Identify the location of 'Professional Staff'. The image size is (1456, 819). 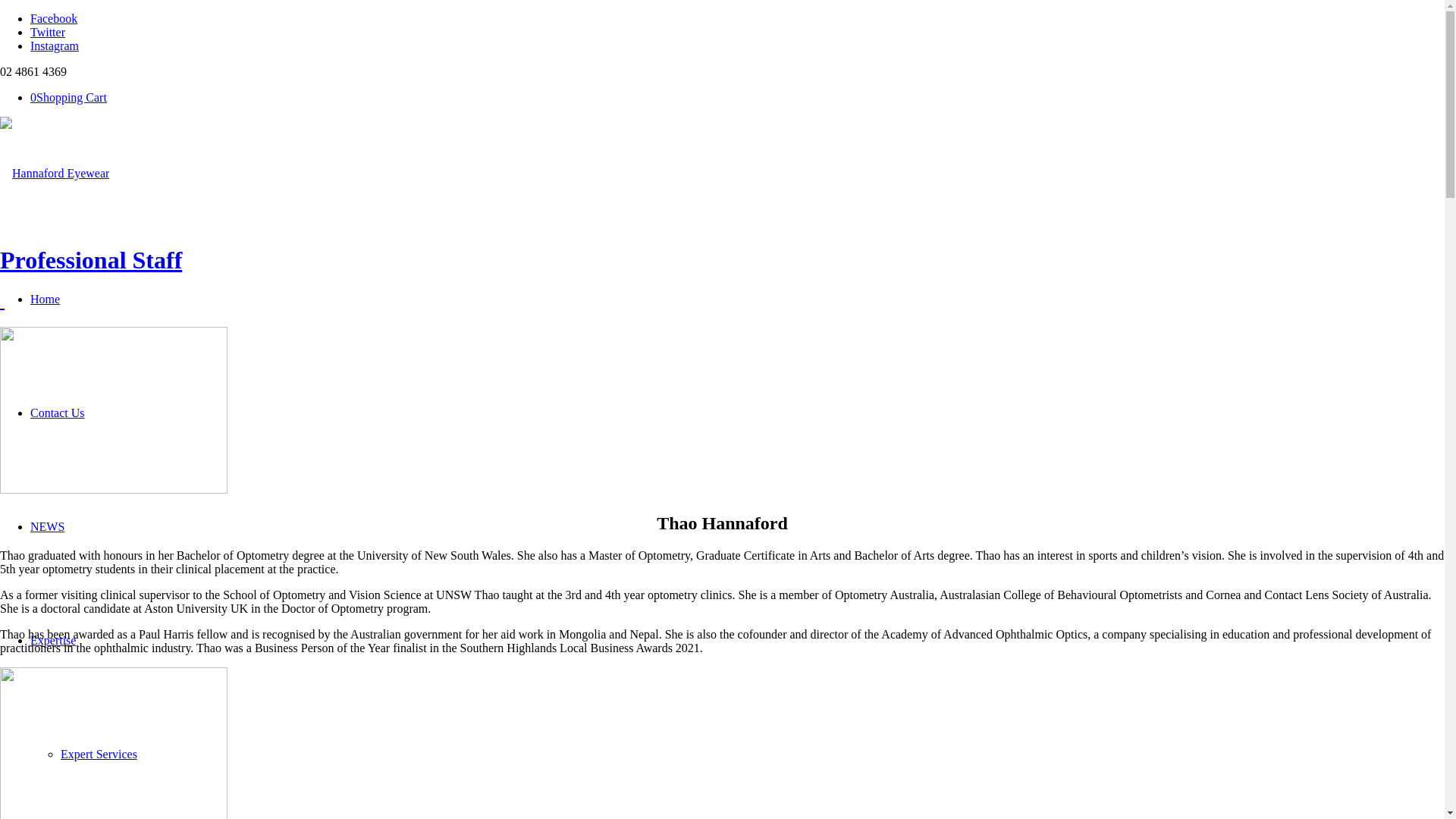
(90, 259).